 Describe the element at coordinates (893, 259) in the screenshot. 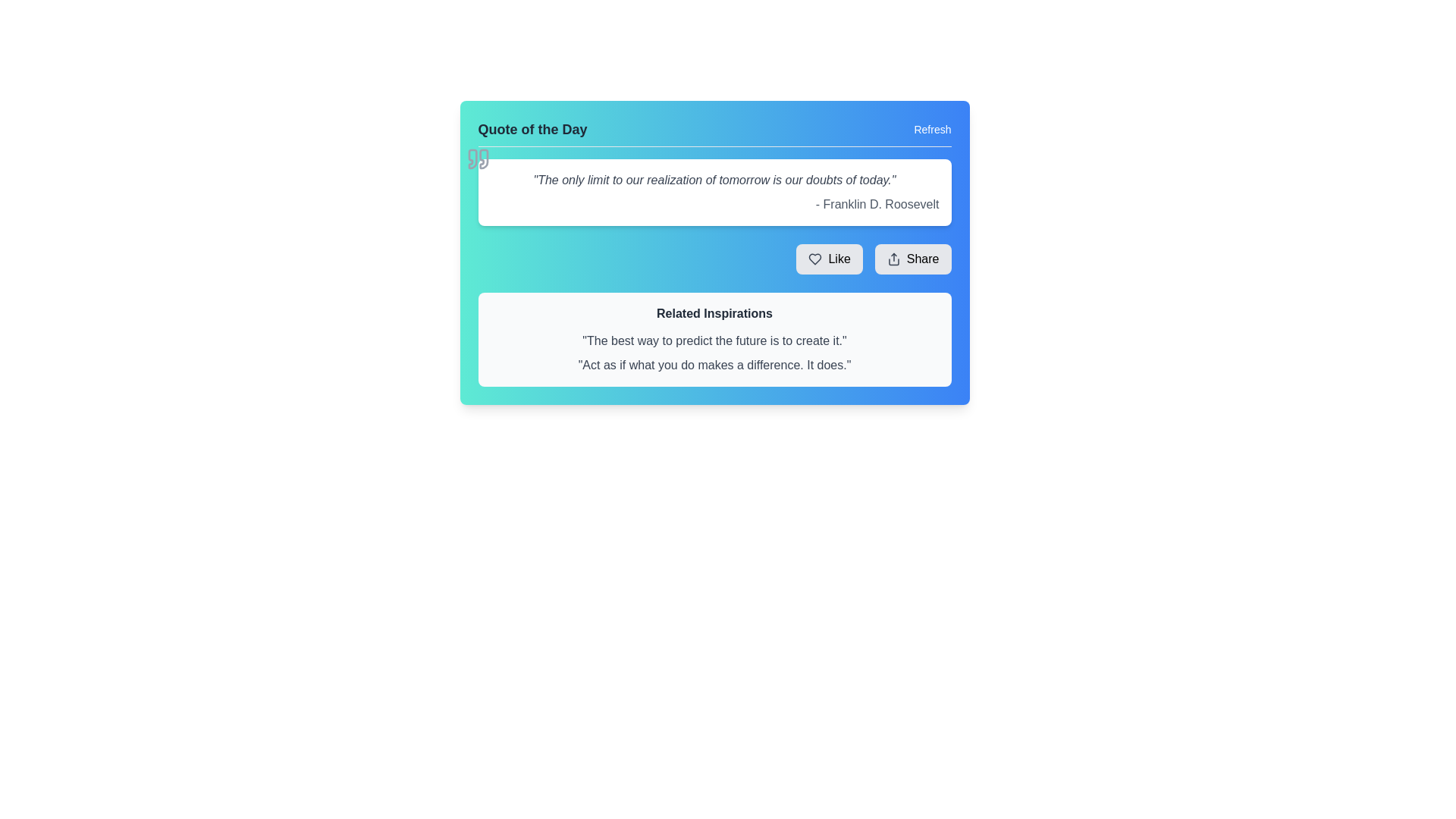

I see `the 'Share' icon located within the rounded rectangular button labeled 'Share'` at that location.